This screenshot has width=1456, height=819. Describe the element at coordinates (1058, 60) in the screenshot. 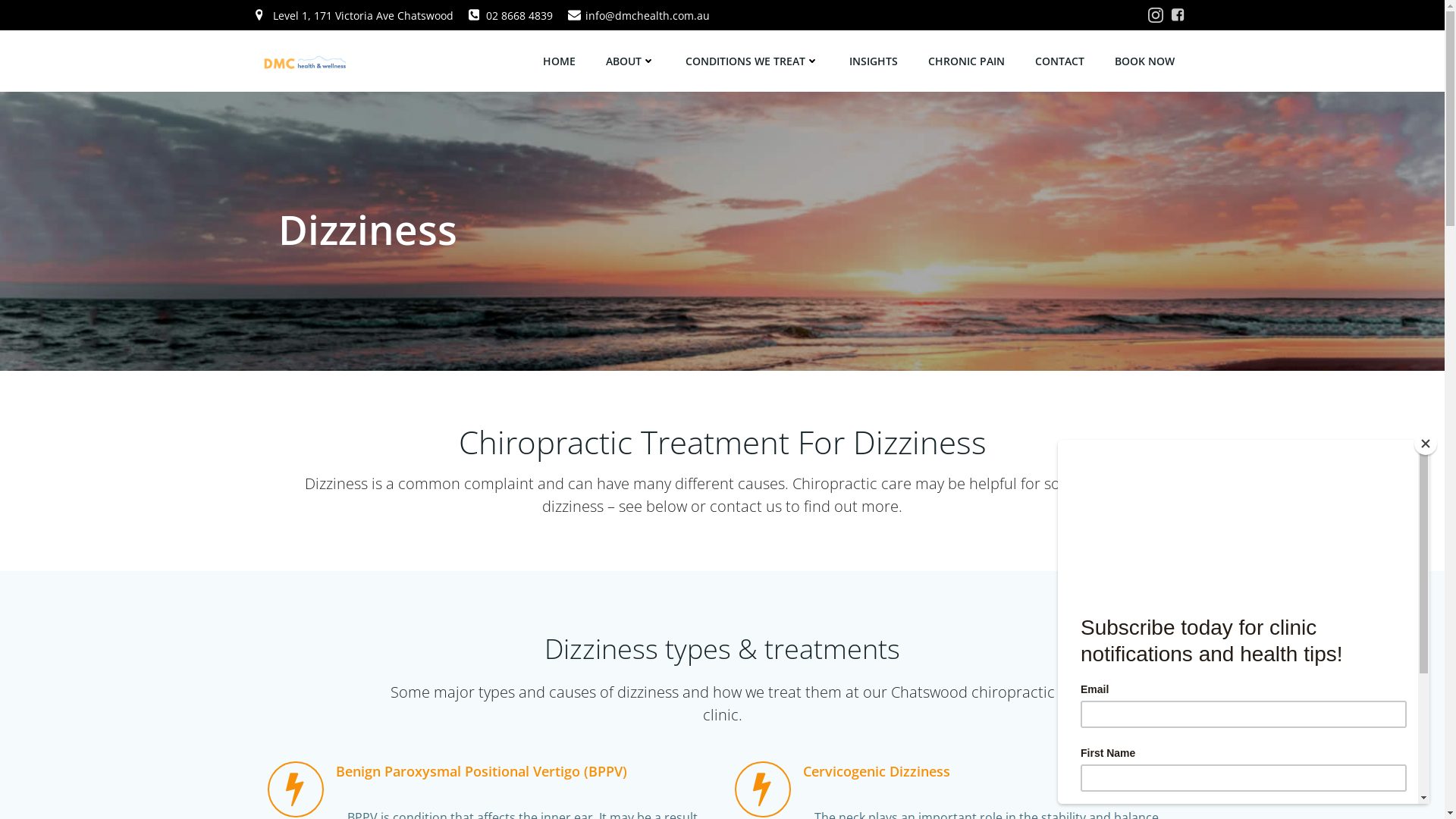

I see `'CONTACT'` at that location.